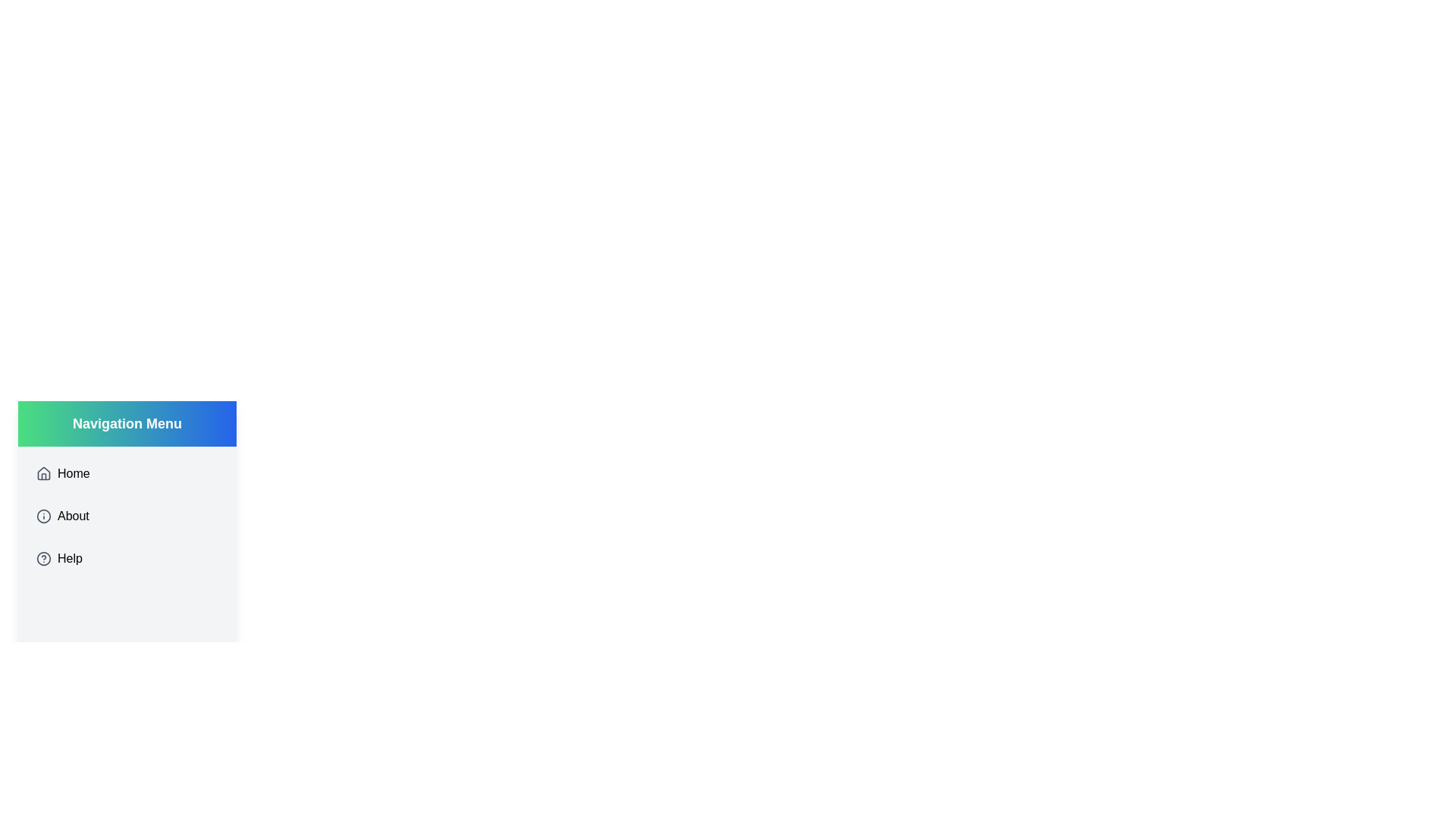 This screenshot has height=819, width=1456. Describe the element at coordinates (43, 472) in the screenshot. I see `the house icon located at the top of the vertical navigation menu` at that location.